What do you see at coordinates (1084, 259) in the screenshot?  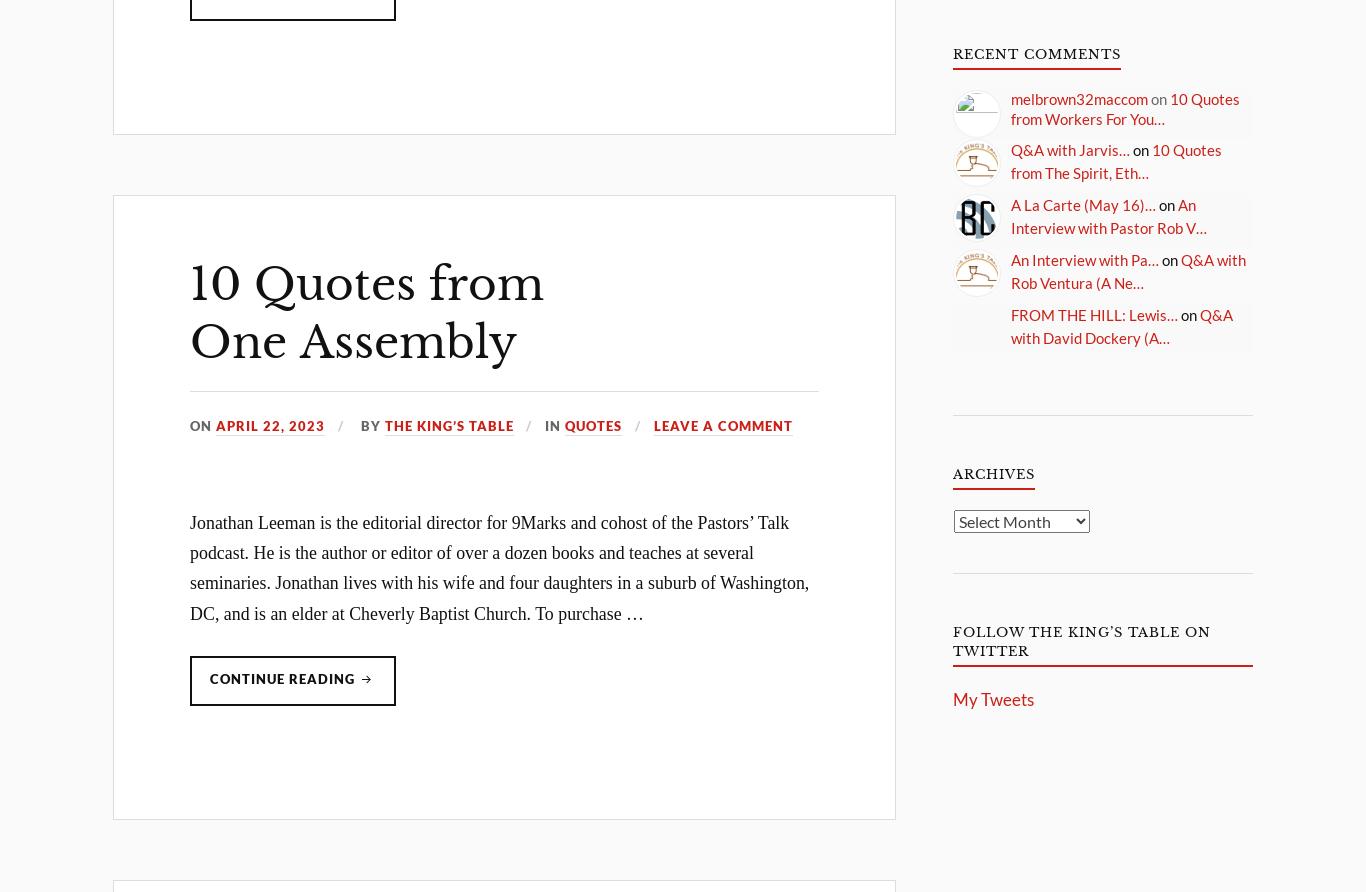 I see `'An Interview with Pa…'` at bounding box center [1084, 259].